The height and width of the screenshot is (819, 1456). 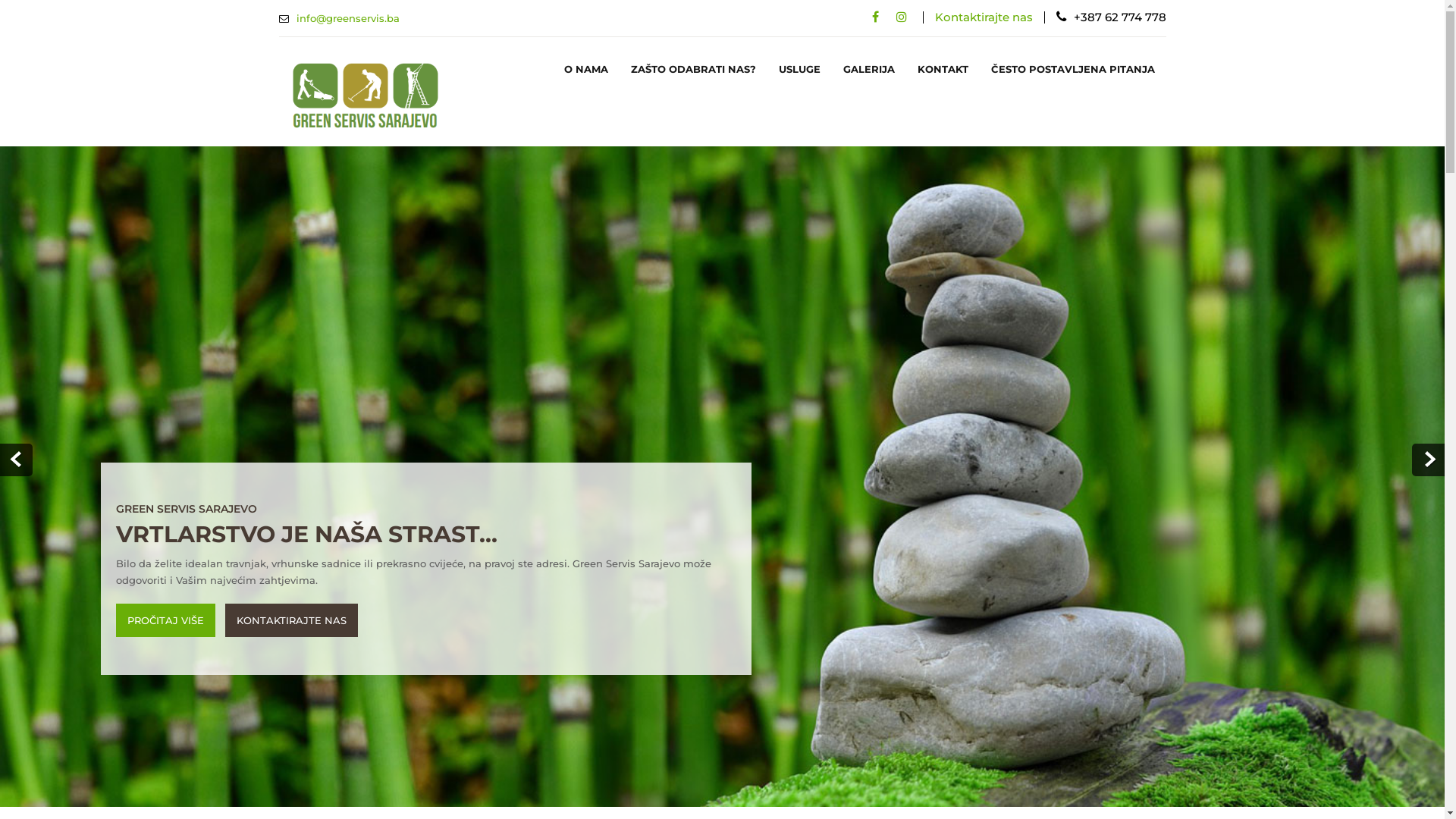 What do you see at coordinates (16, 459) in the screenshot?
I see `'Prev'` at bounding box center [16, 459].